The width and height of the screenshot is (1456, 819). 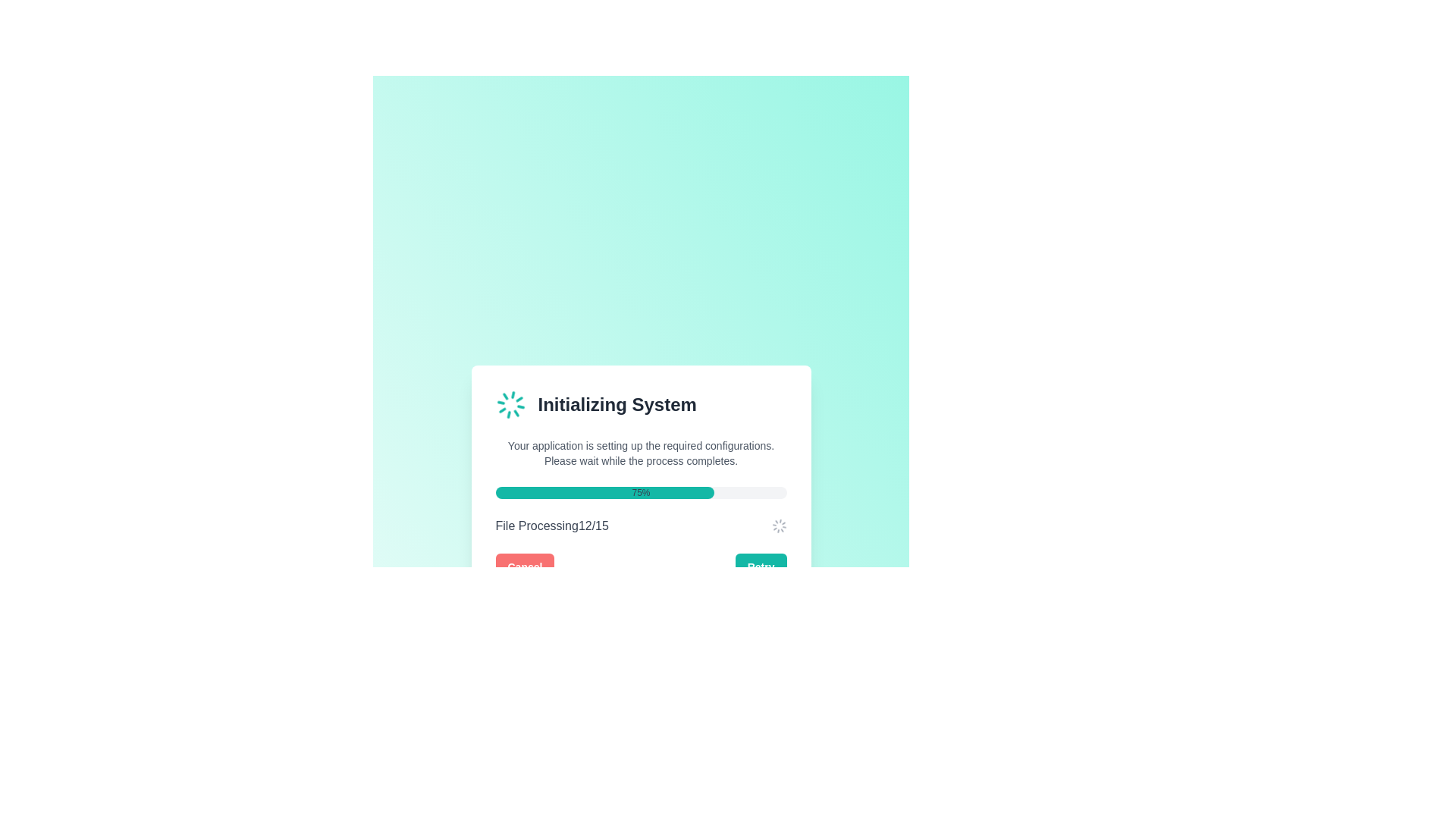 What do you see at coordinates (641, 493) in the screenshot?
I see `the teal-colored progress bar that displays '75%'` at bounding box center [641, 493].